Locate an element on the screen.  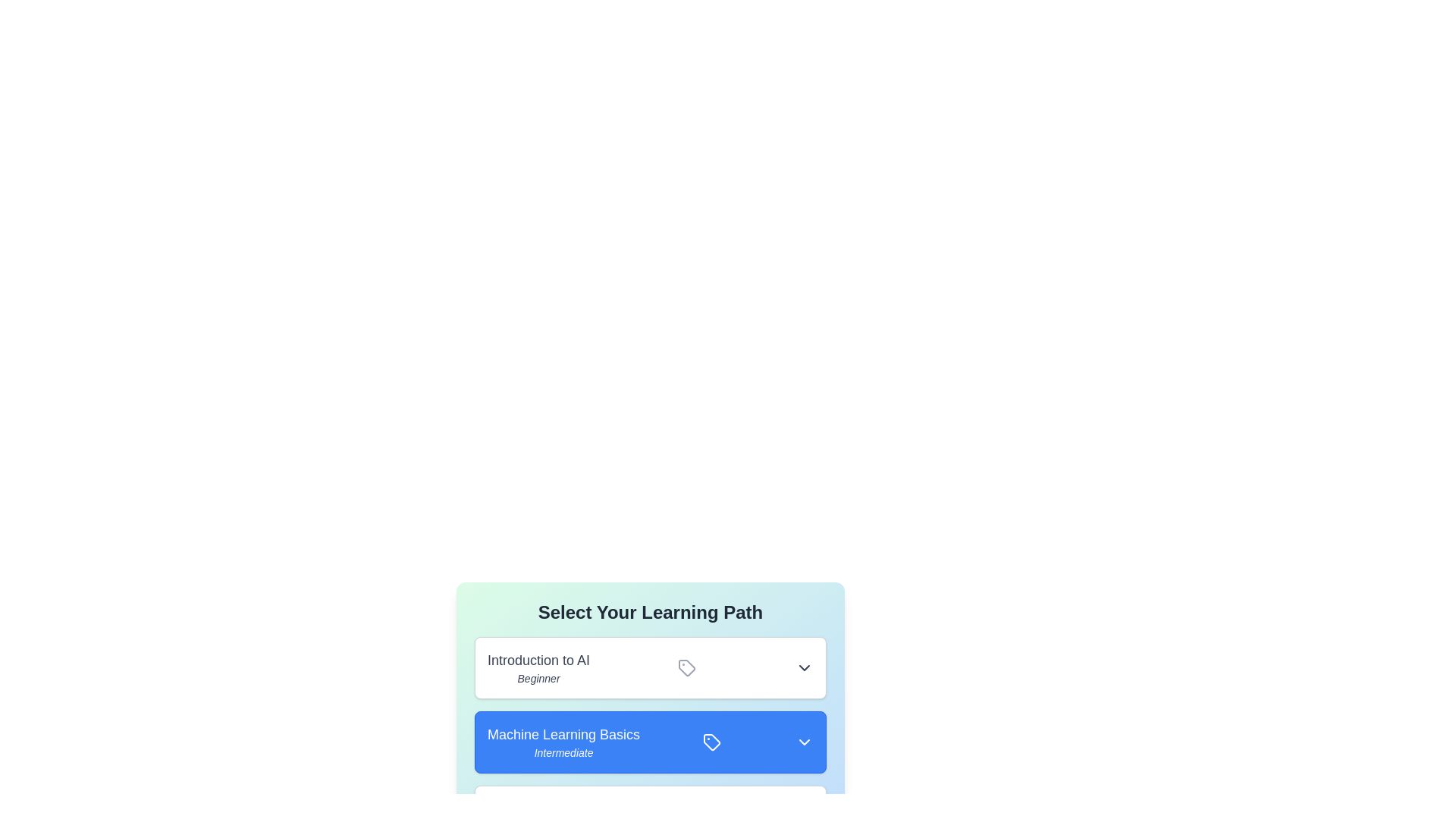
the dropdown button of the learning path Machine Learning Basics to expand or collapse its details is located at coordinates (803, 742).